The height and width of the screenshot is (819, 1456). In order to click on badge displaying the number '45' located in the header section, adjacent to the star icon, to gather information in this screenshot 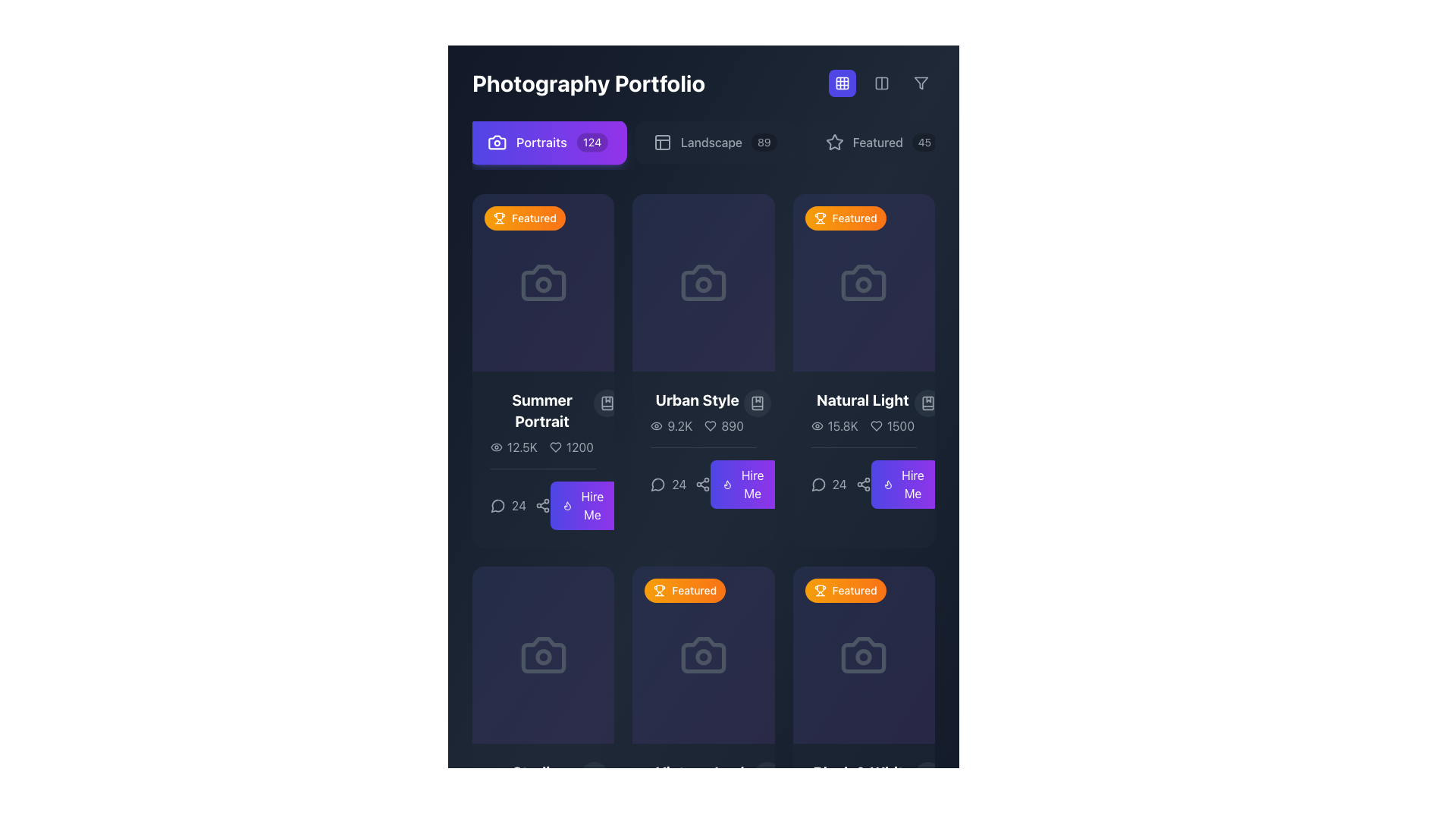, I will do `click(924, 143)`.